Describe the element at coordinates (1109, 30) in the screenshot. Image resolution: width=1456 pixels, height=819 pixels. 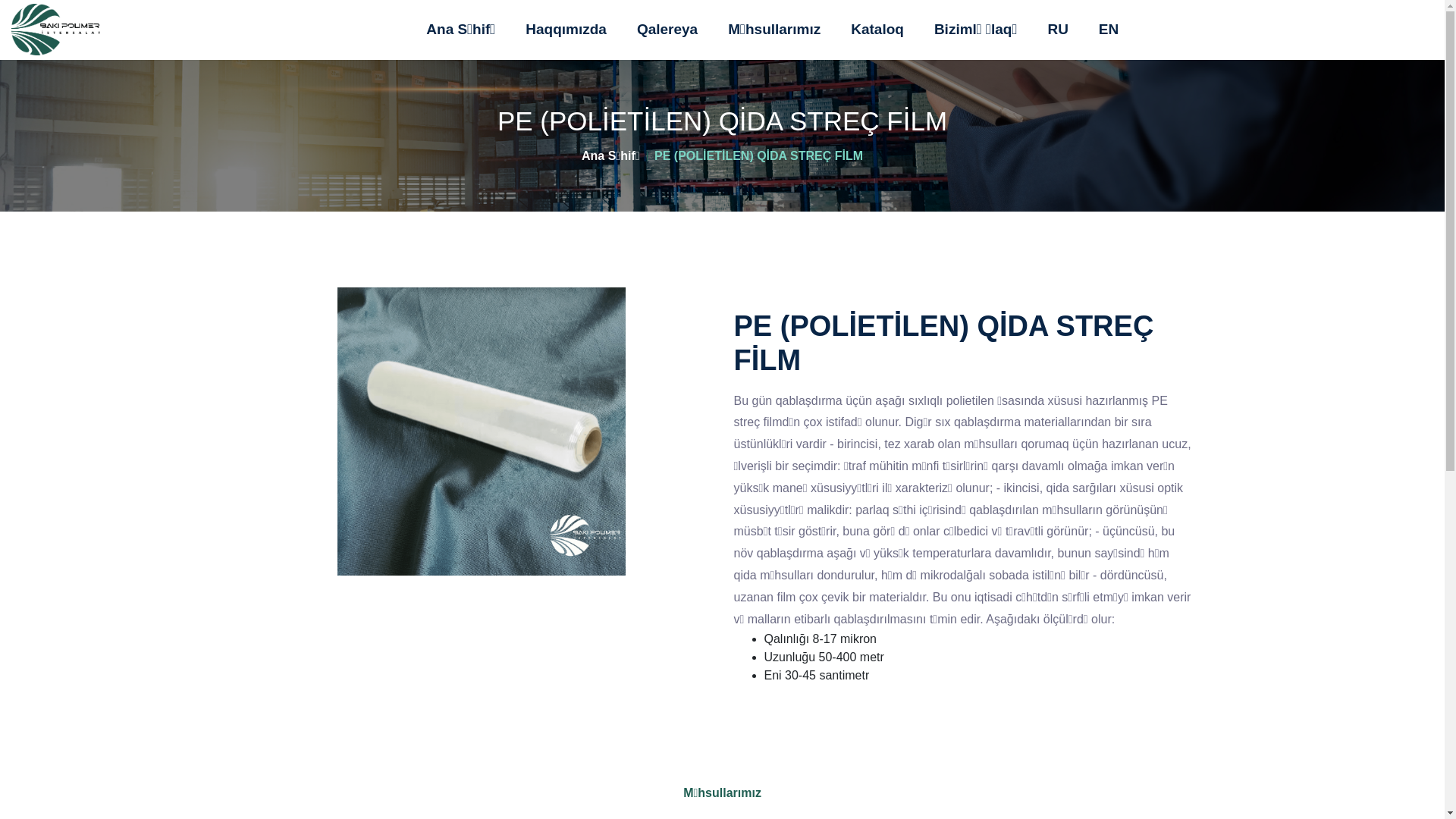
I see `'EN'` at that location.